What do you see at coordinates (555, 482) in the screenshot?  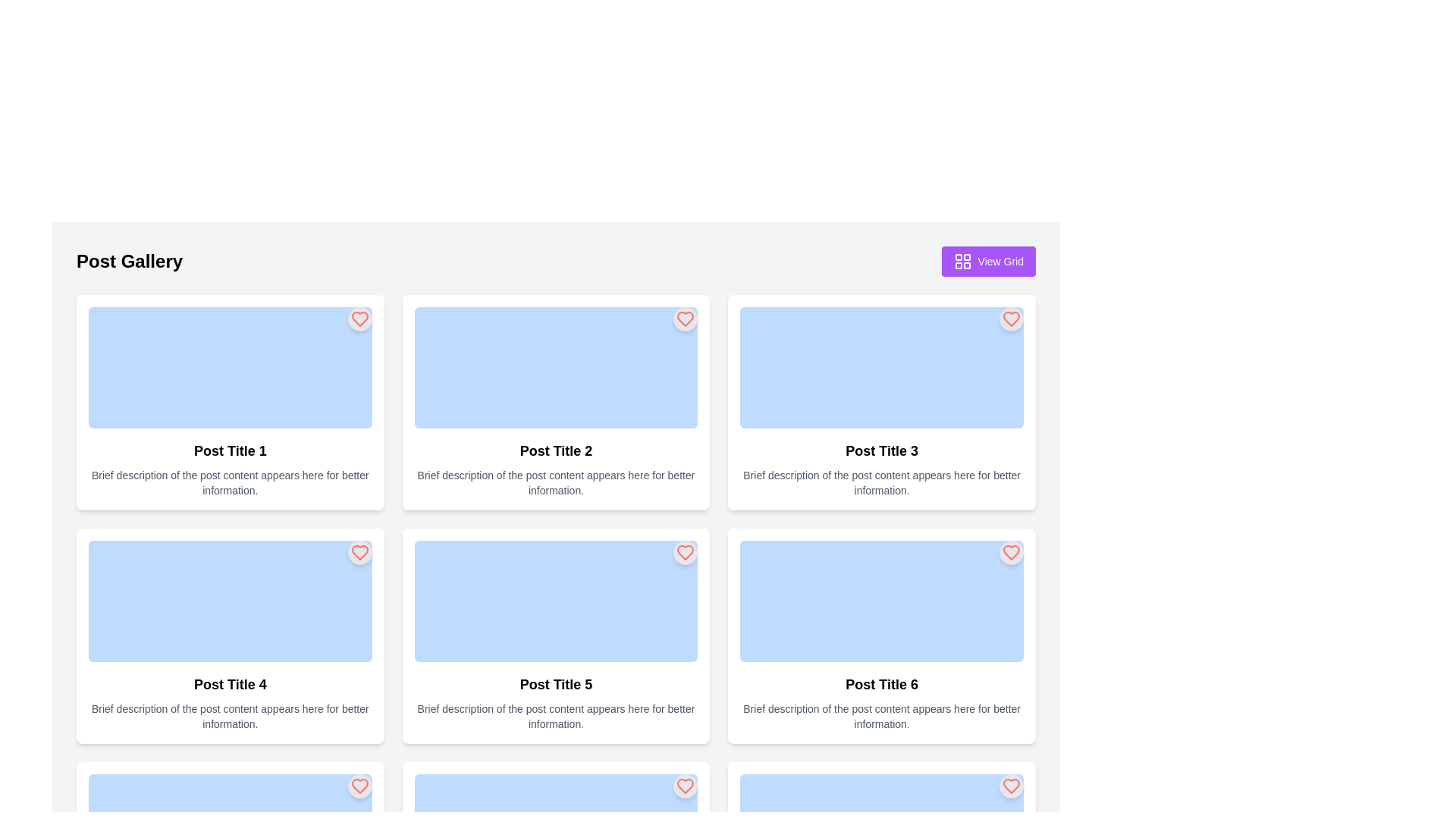 I see `the Text label that provides a brief description of the second post in the gallery, located directly below the title 'Post Title 2' and the featured image` at bounding box center [555, 482].